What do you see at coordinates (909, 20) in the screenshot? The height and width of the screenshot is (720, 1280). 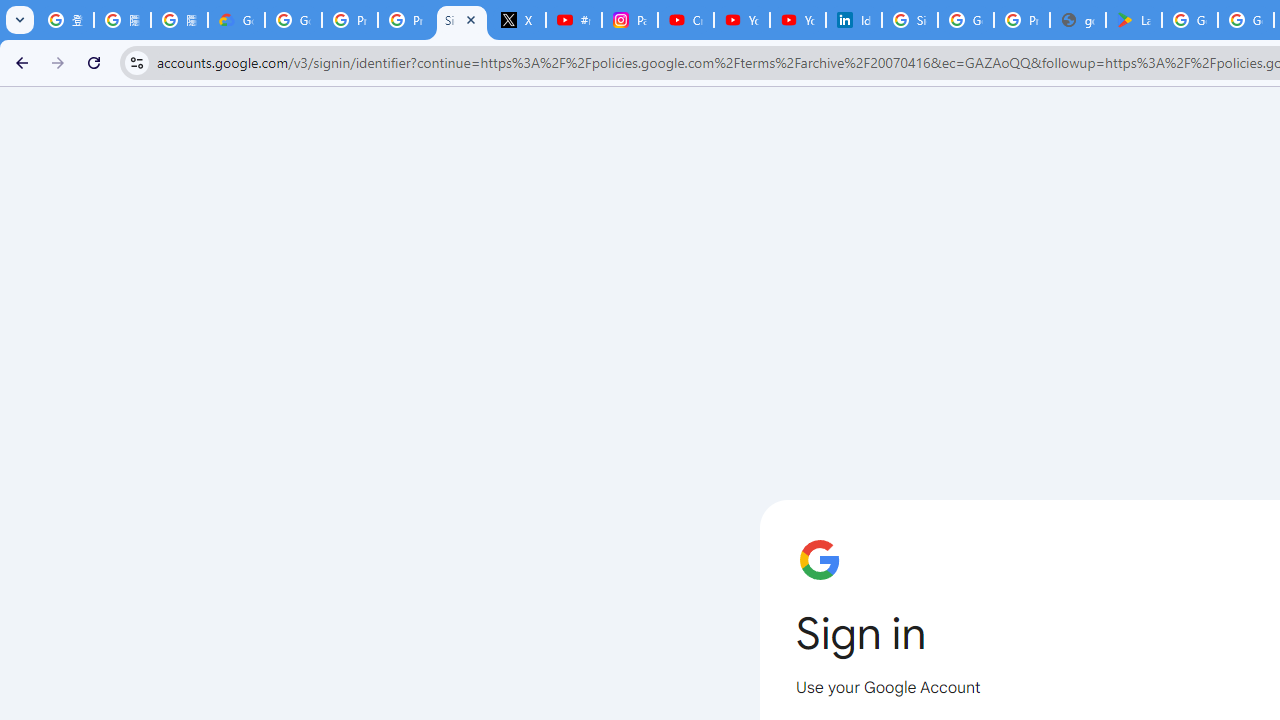 I see `'Sign in - Google Accounts'` at bounding box center [909, 20].